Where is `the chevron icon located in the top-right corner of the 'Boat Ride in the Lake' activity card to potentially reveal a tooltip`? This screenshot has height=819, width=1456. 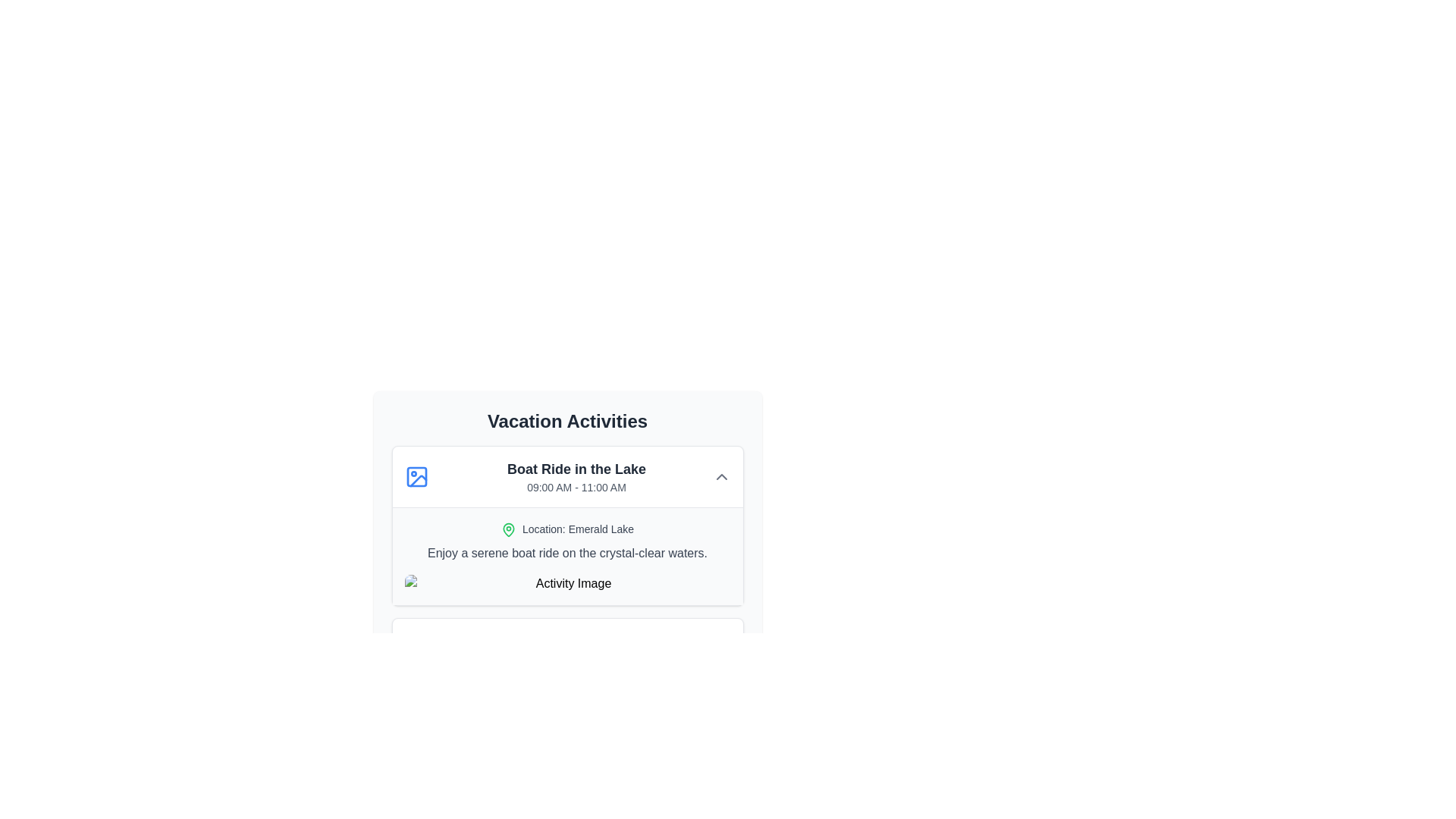
the chevron icon located in the top-right corner of the 'Boat Ride in the Lake' activity card to potentially reveal a tooltip is located at coordinates (720, 475).